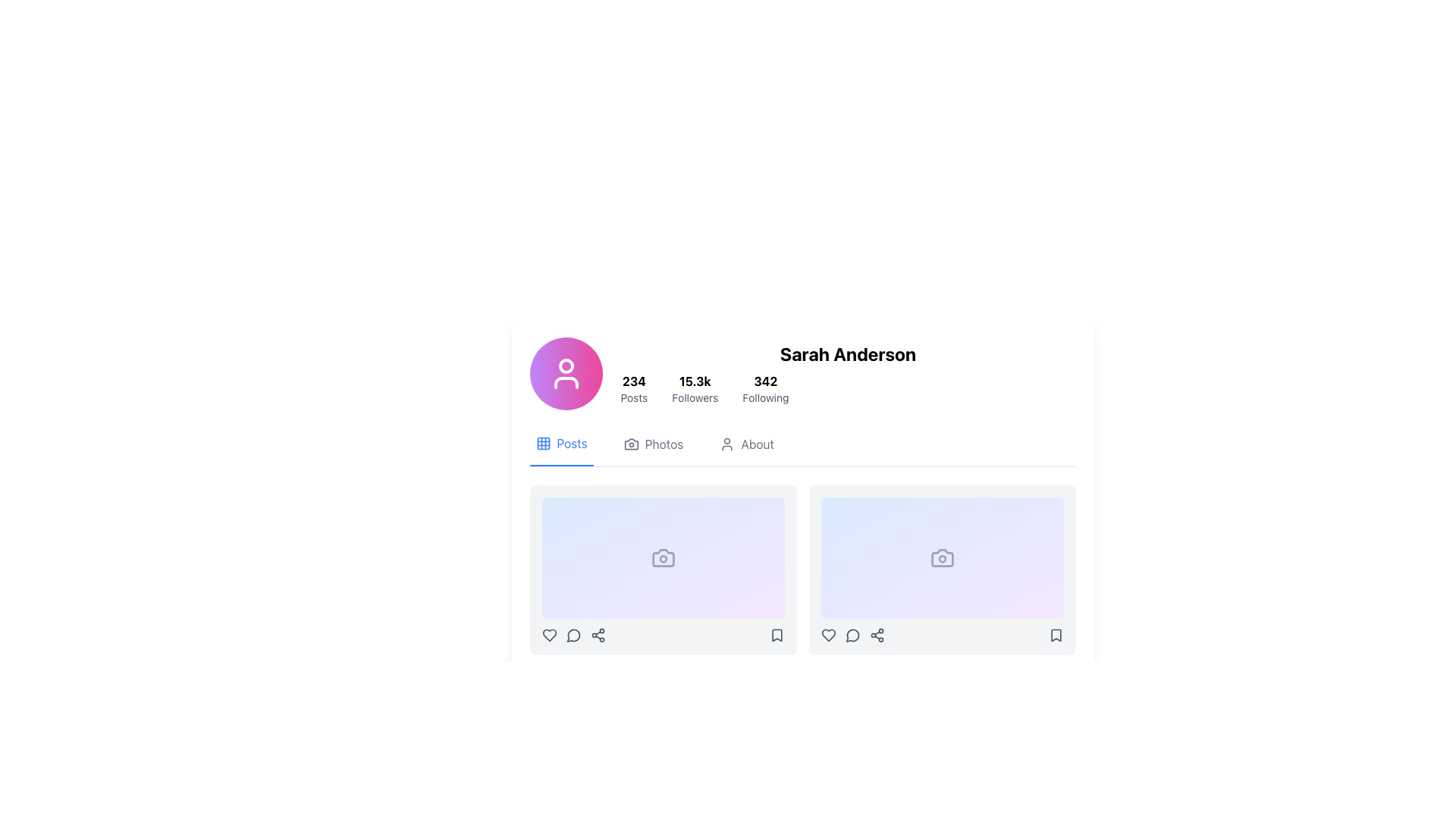  Describe the element at coordinates (852, 635) in the screenshot. I see `the circular speech bubble icon located at the bottom right of the second image preview` at that location.